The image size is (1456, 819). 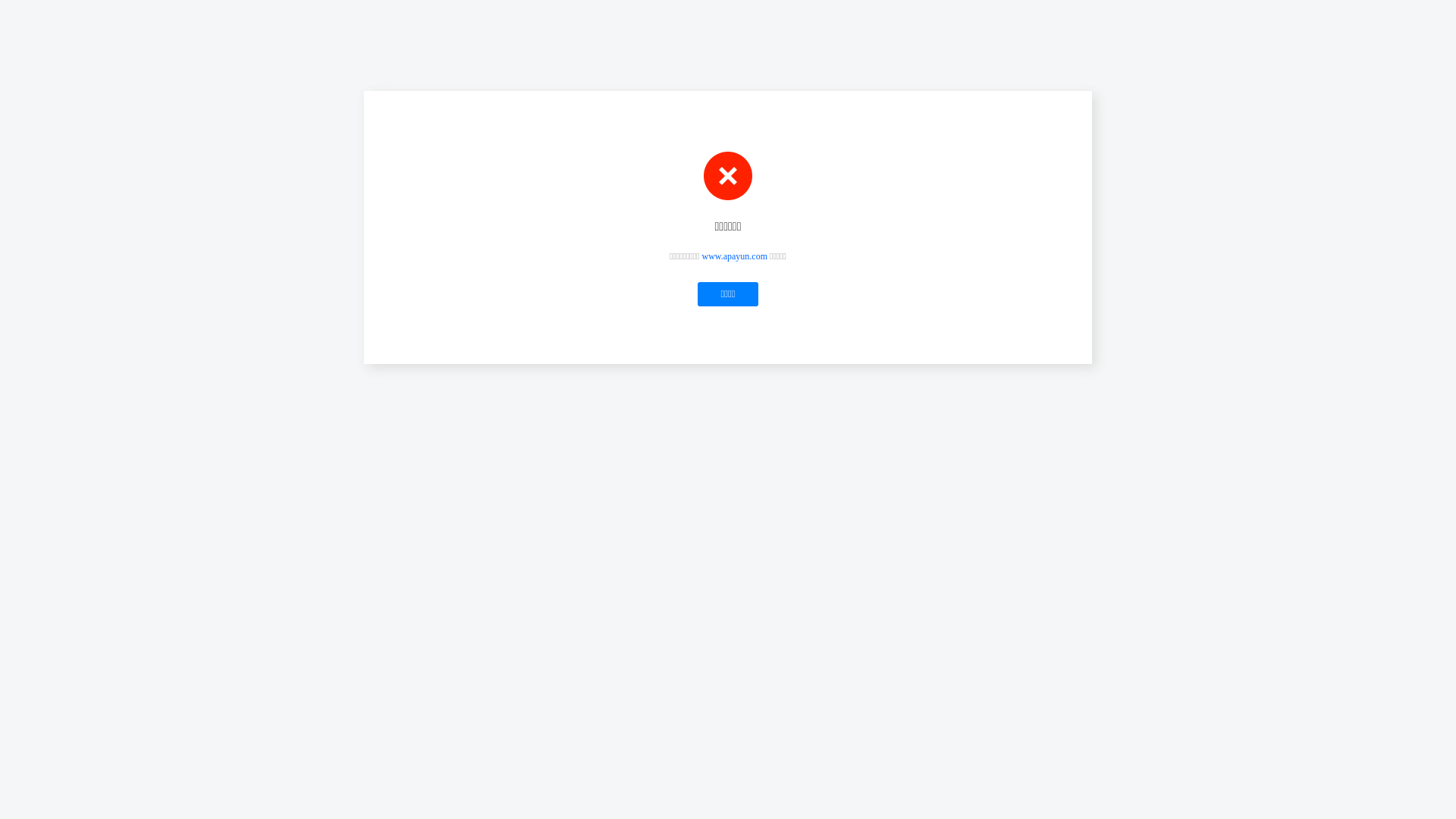 What do you see at coordinates (735, 256) in the screenshot?
I see `'www.apayun.com'` at bounding box center [735, 256].